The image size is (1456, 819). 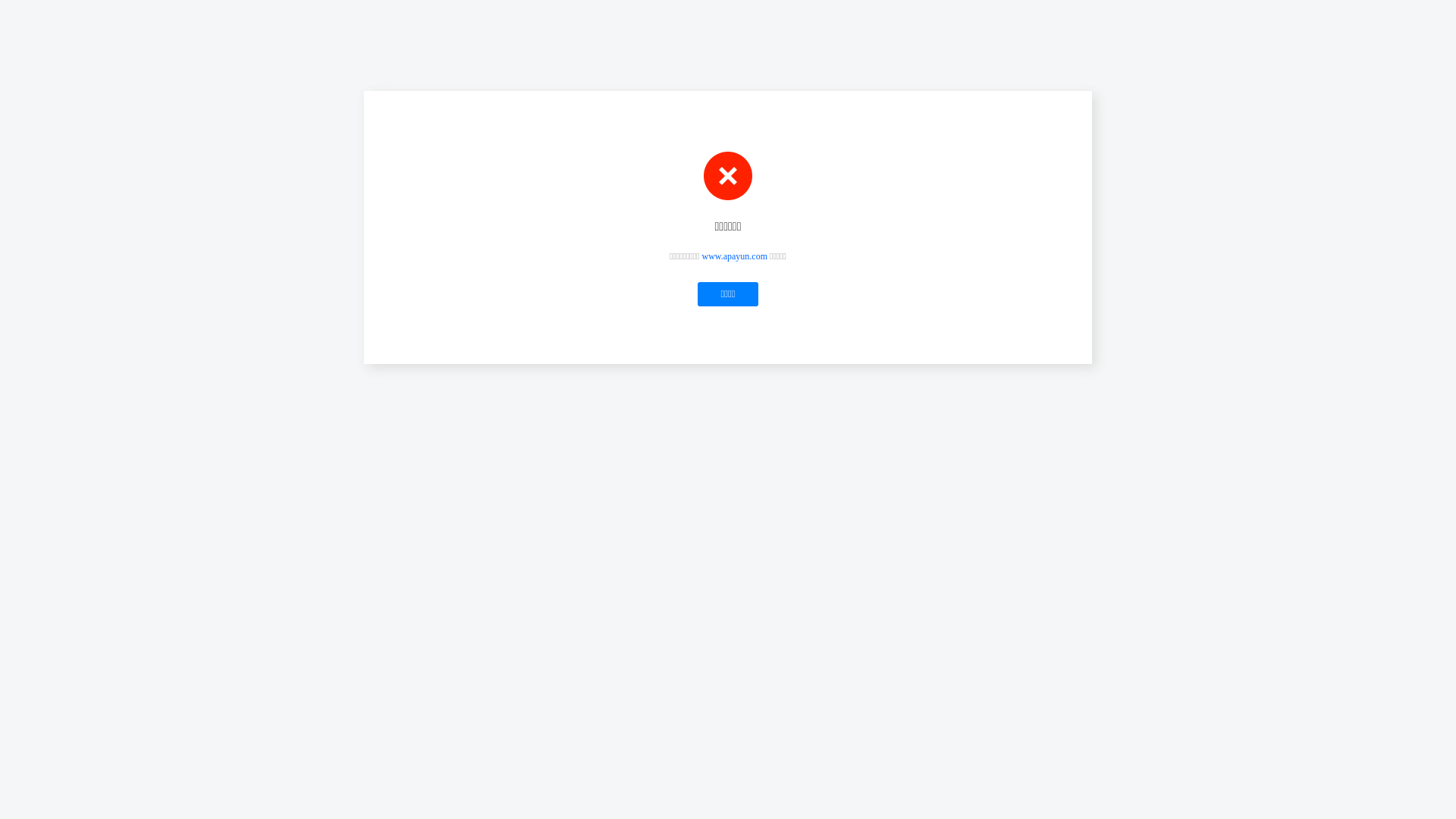 What do you see at coordinates (735, 256) in the screenshot?
I see `'www.apayun.com'` at bounding box center [735, 256].